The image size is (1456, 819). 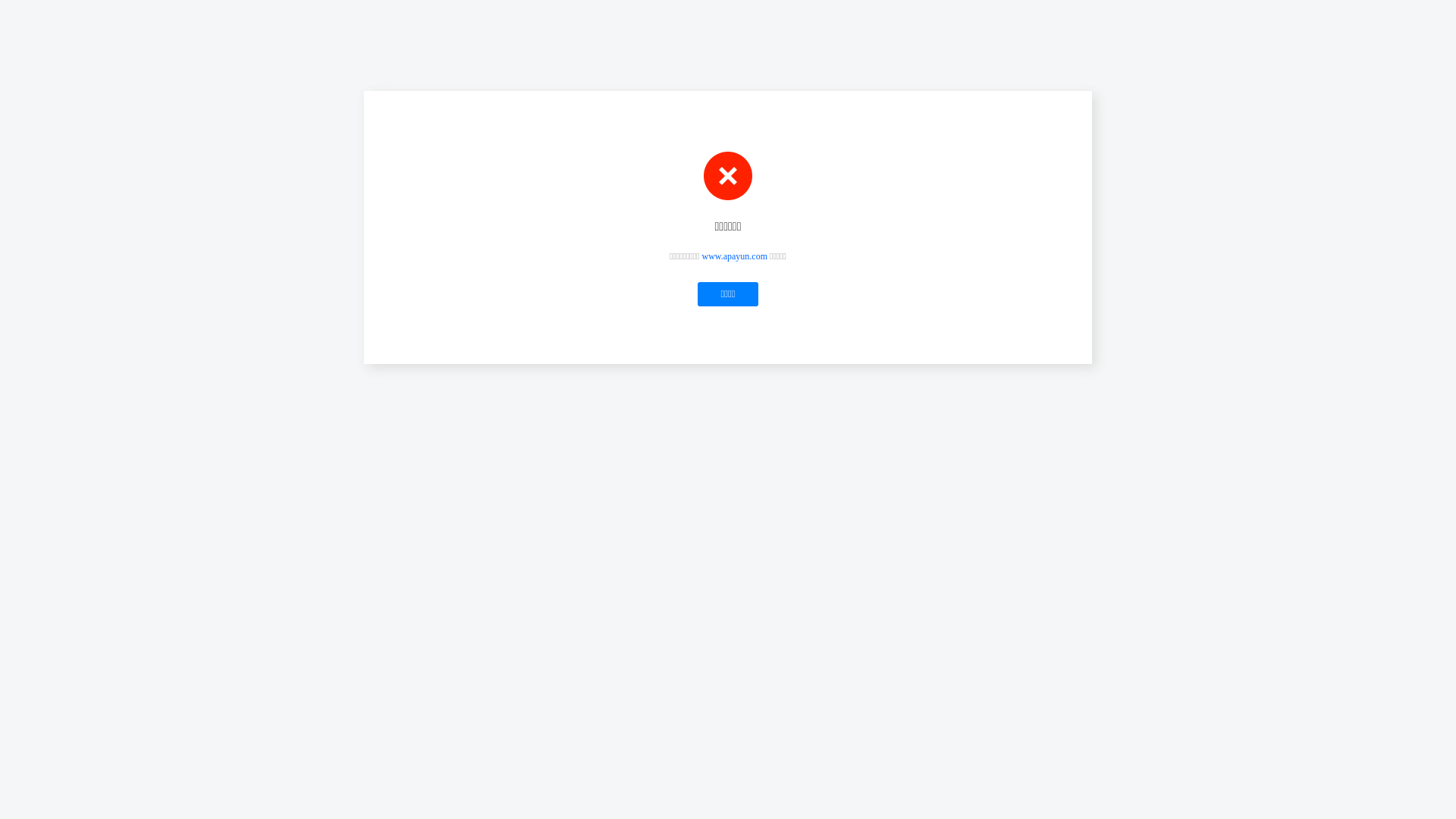 What do you see at coordinates (735, 256) in the screenshot?
I see `'www.apayun.com'` at bounding box center [735, 256].